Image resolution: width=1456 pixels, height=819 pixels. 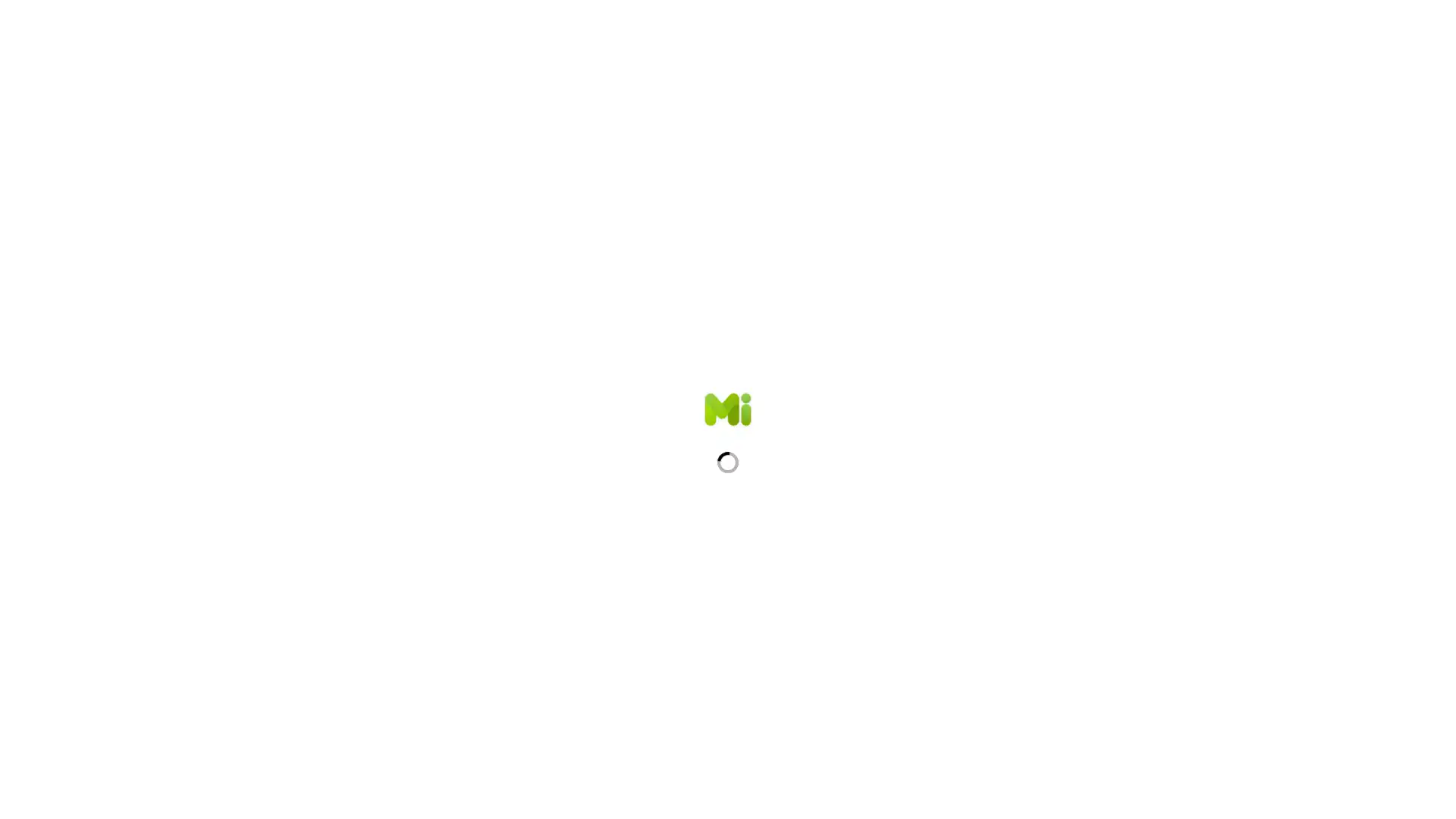 I want to click on Show more, so click(x=944, y=485).